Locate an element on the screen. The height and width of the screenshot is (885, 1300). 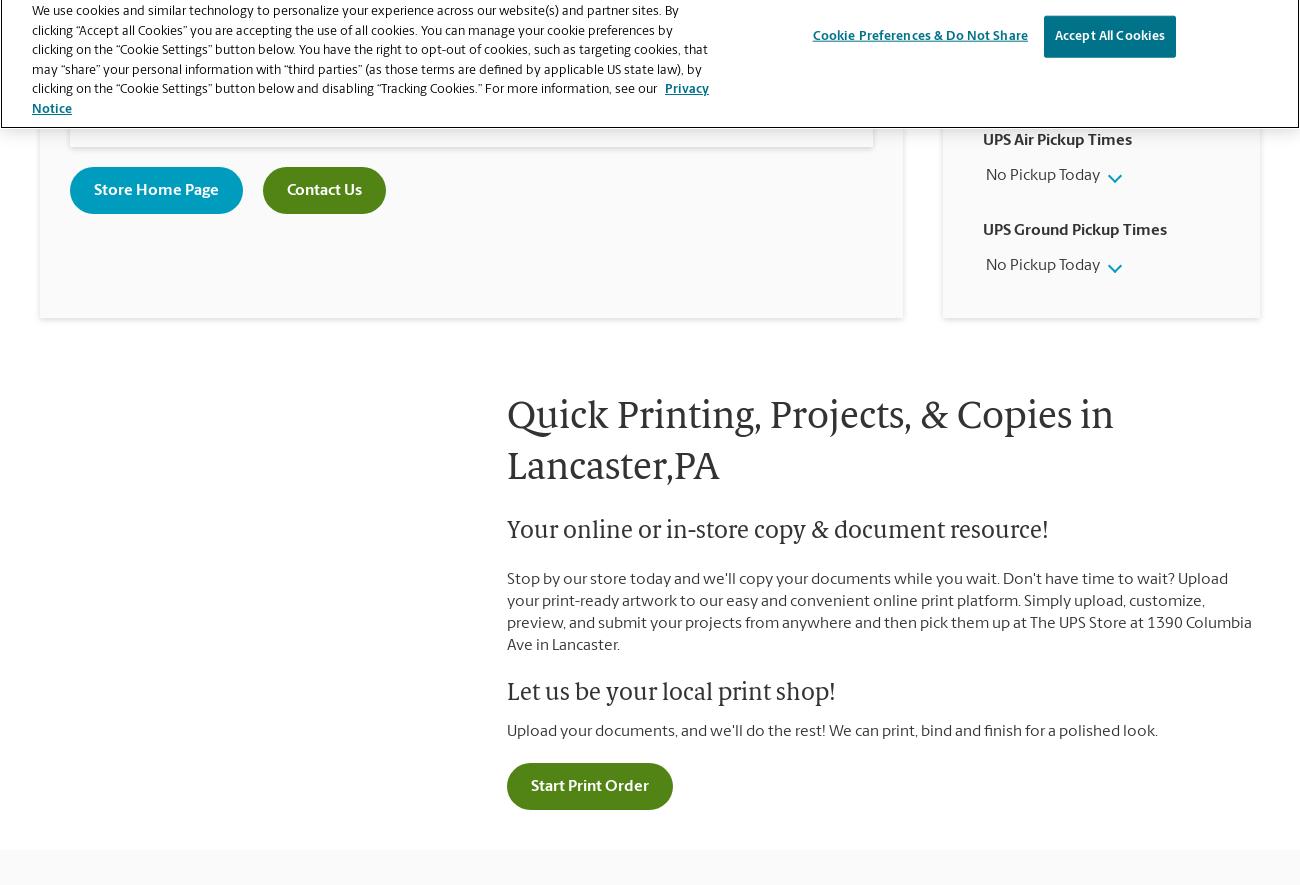
'UPS Ground Pickup Times' is located at coordinates (982, 229).